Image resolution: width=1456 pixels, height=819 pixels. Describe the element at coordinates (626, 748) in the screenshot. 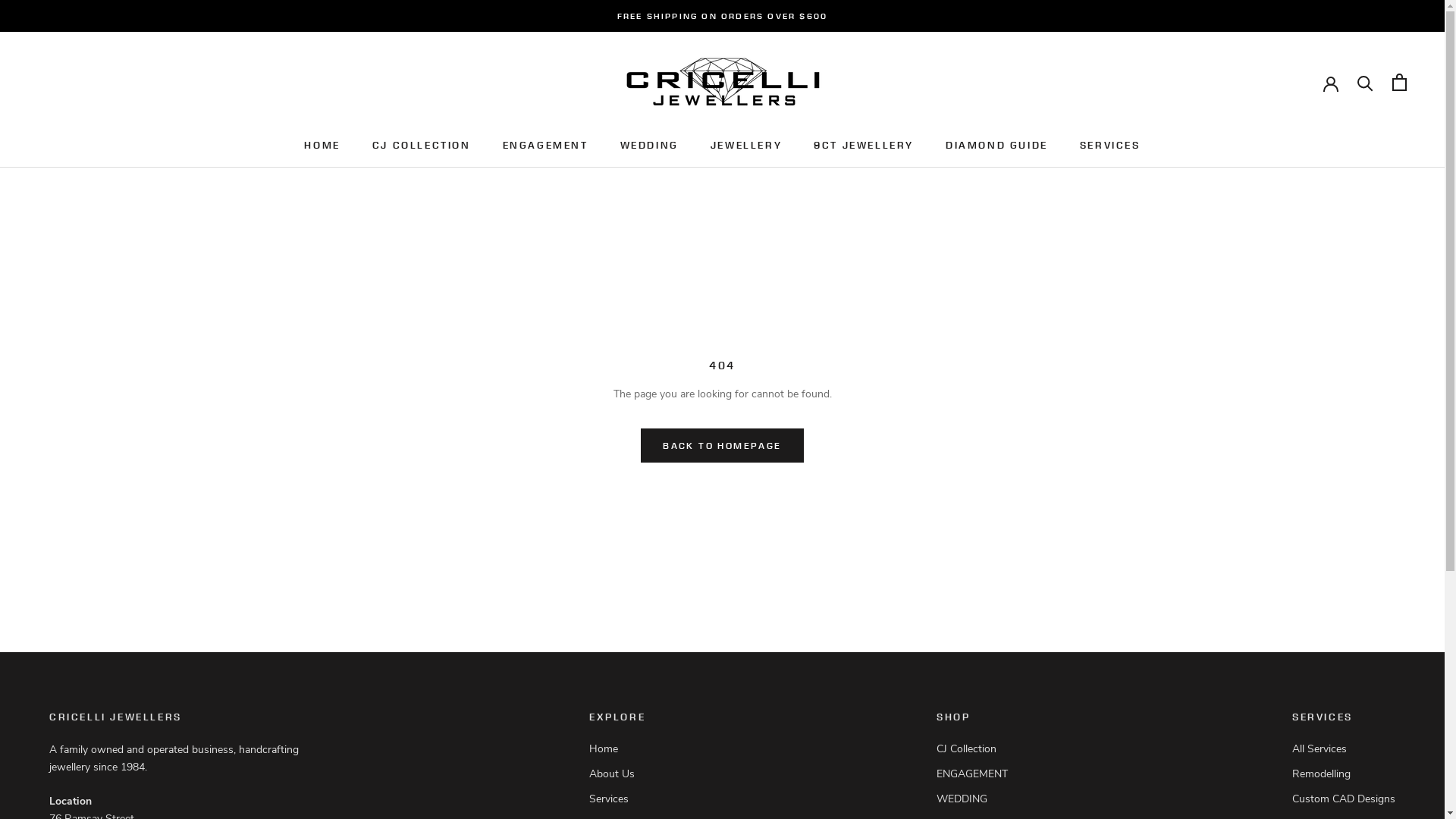

I see `'Home'` at that location.